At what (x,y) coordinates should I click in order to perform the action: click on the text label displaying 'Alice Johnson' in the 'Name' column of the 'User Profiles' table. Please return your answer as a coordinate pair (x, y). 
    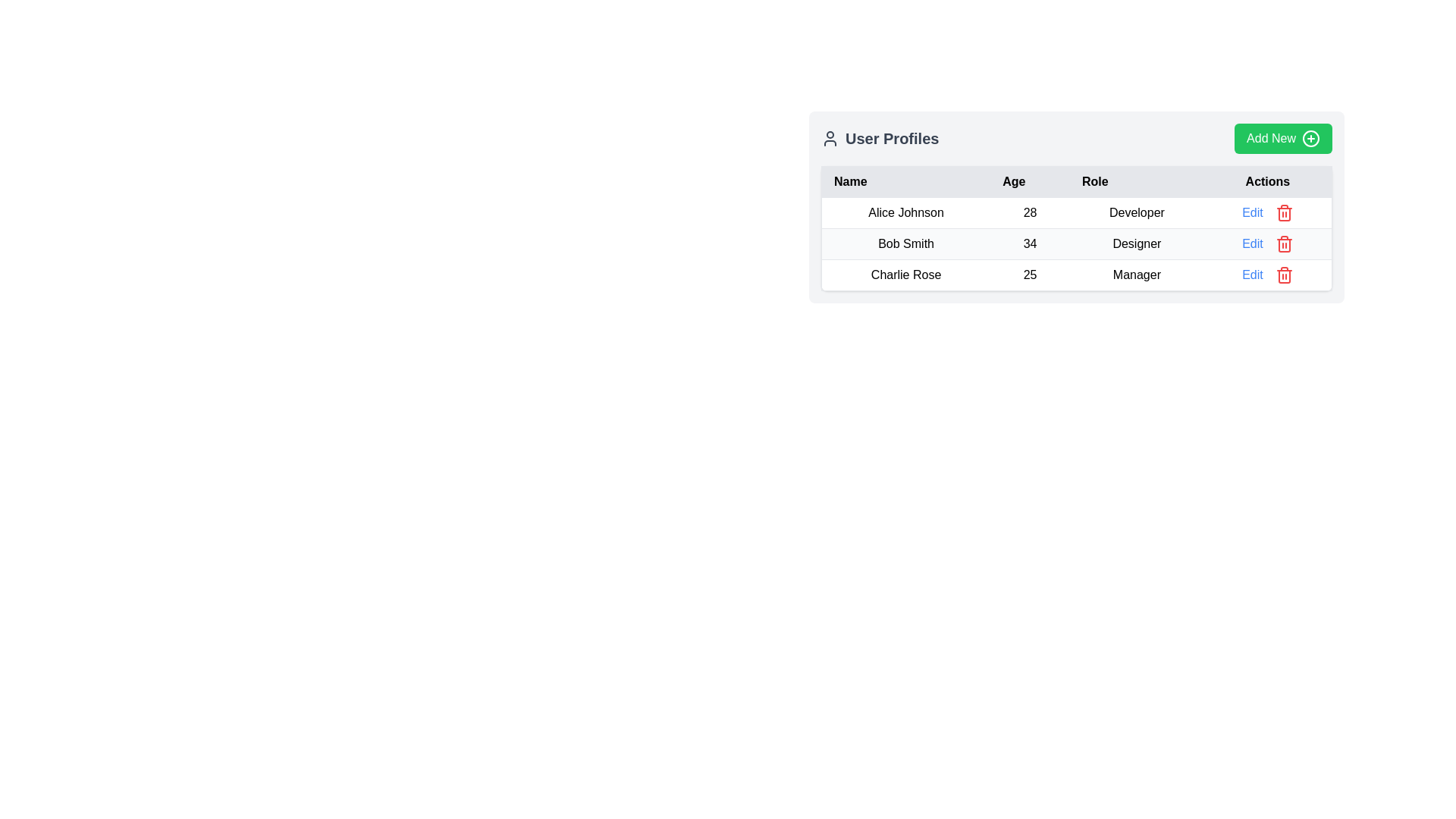
    Looking at the image, I should click on (905, 213).